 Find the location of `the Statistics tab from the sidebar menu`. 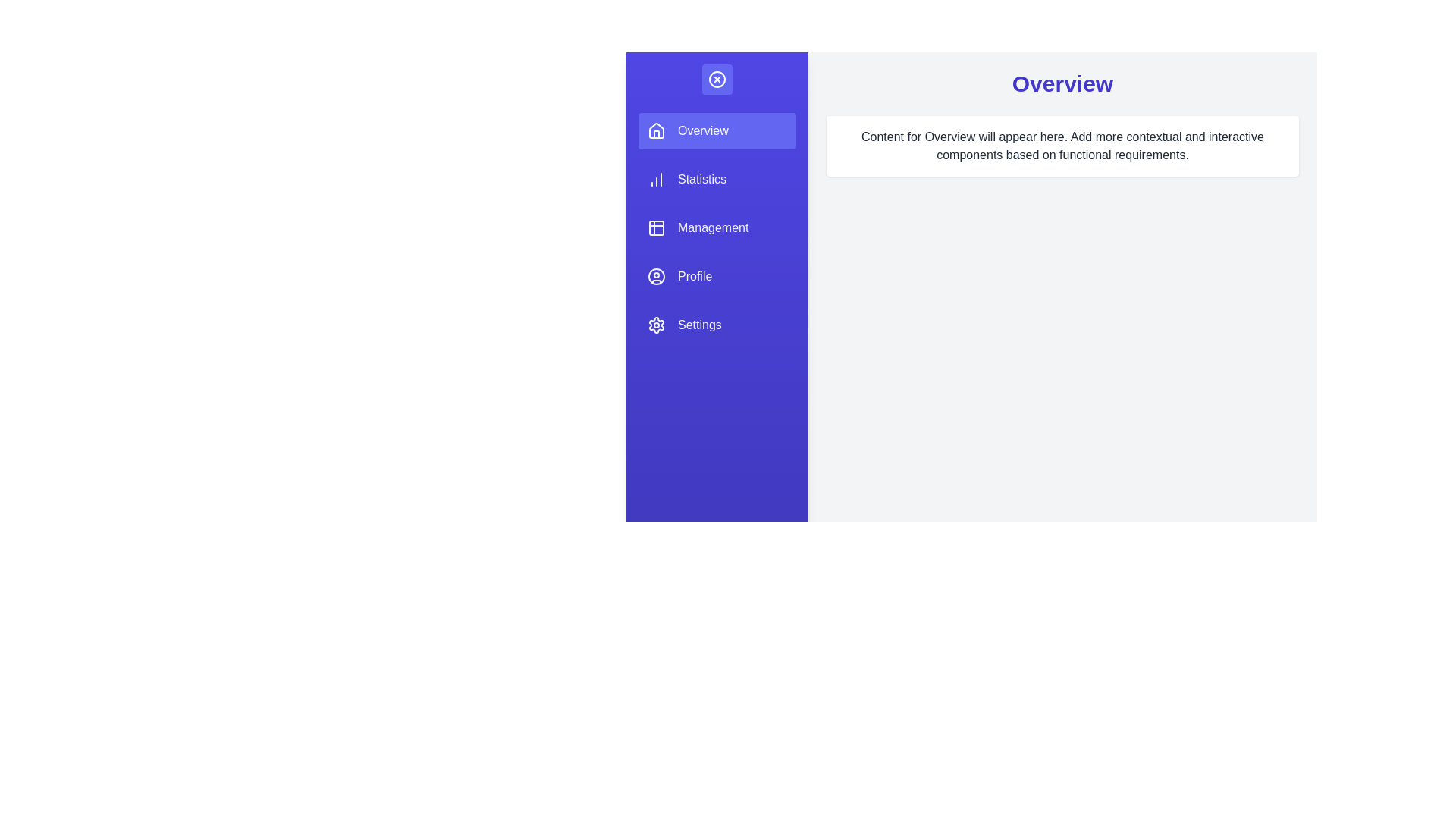

the Statistics tab from the sidebar menu is located at coordinates (716, 178).